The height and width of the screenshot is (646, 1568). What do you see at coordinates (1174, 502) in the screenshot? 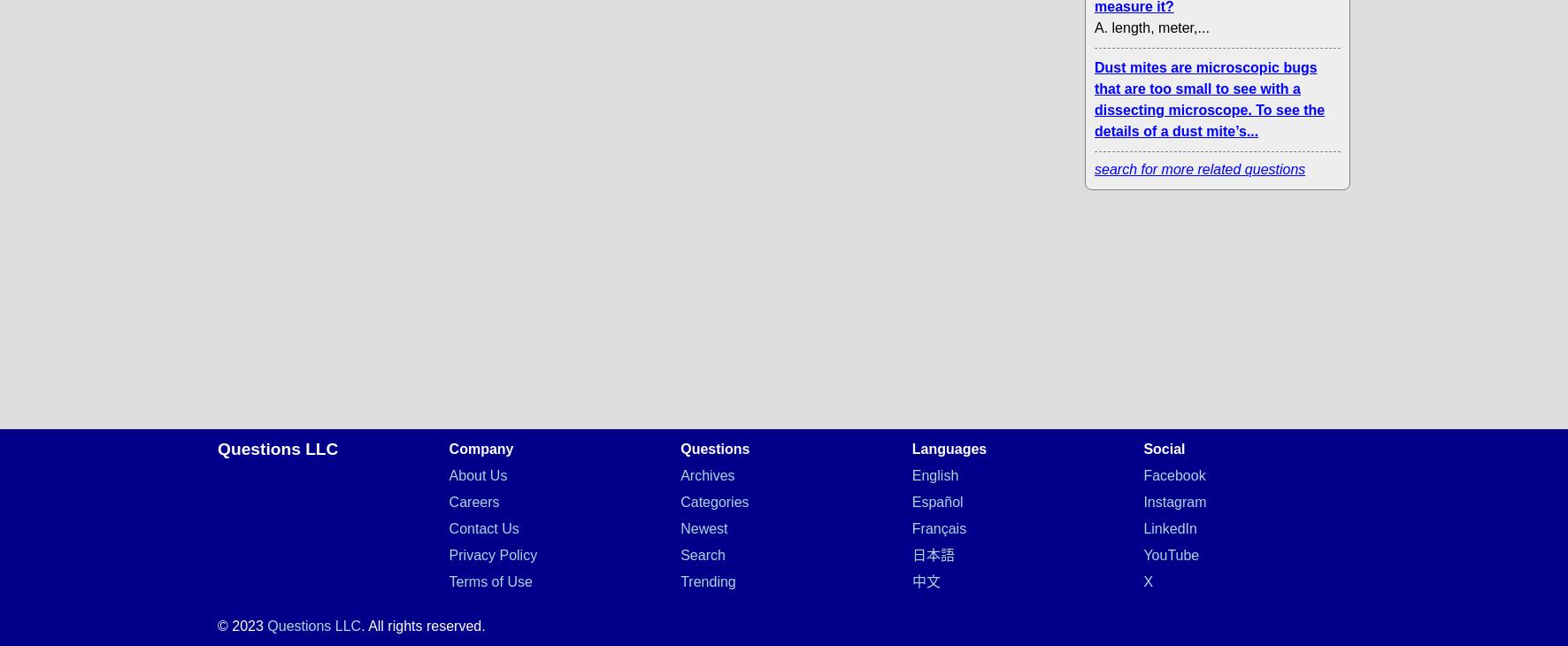
I see `'Instagram'` at bounding box center [1174, 502].